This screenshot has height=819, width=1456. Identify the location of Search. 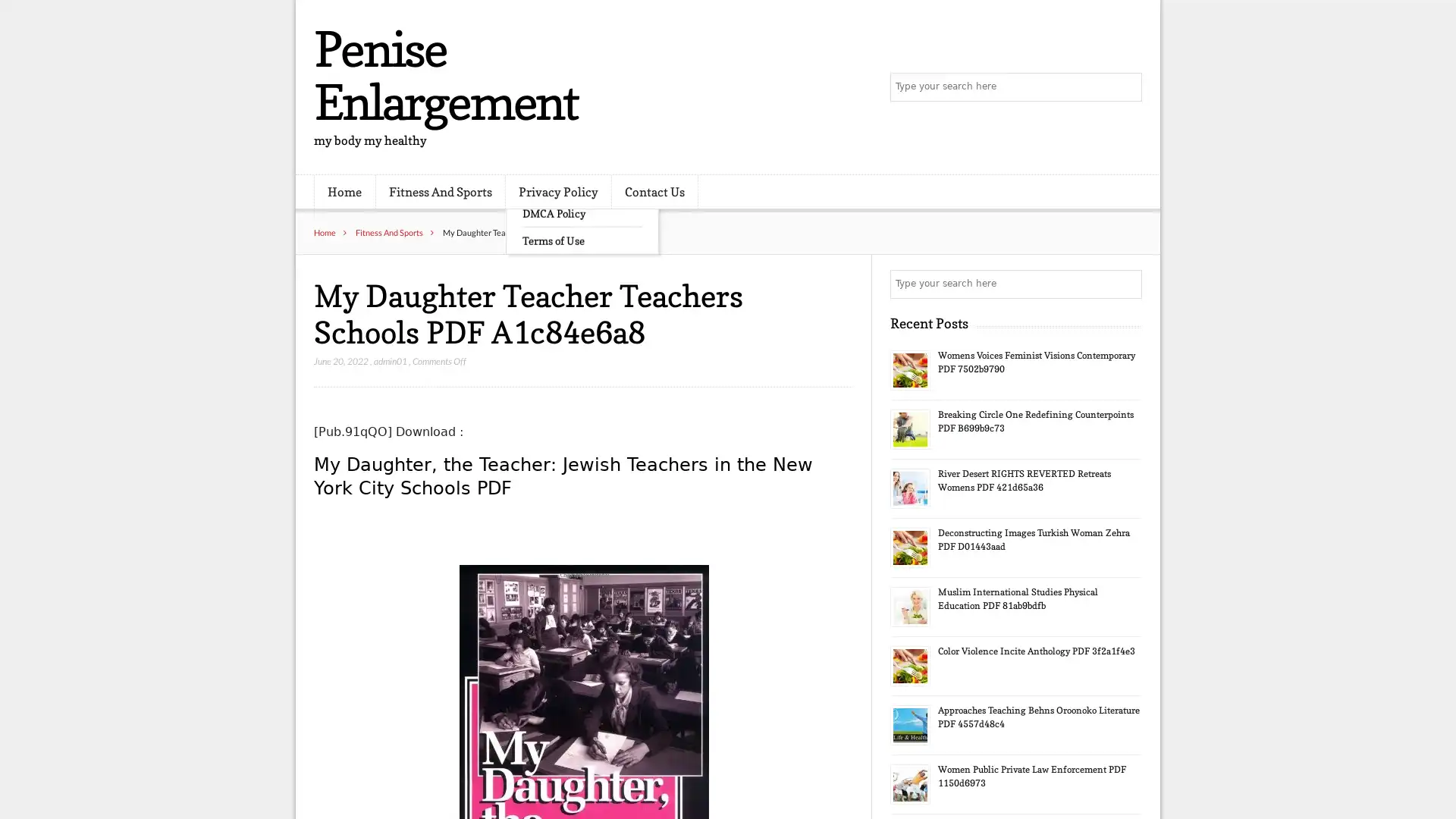
(1126, 284).